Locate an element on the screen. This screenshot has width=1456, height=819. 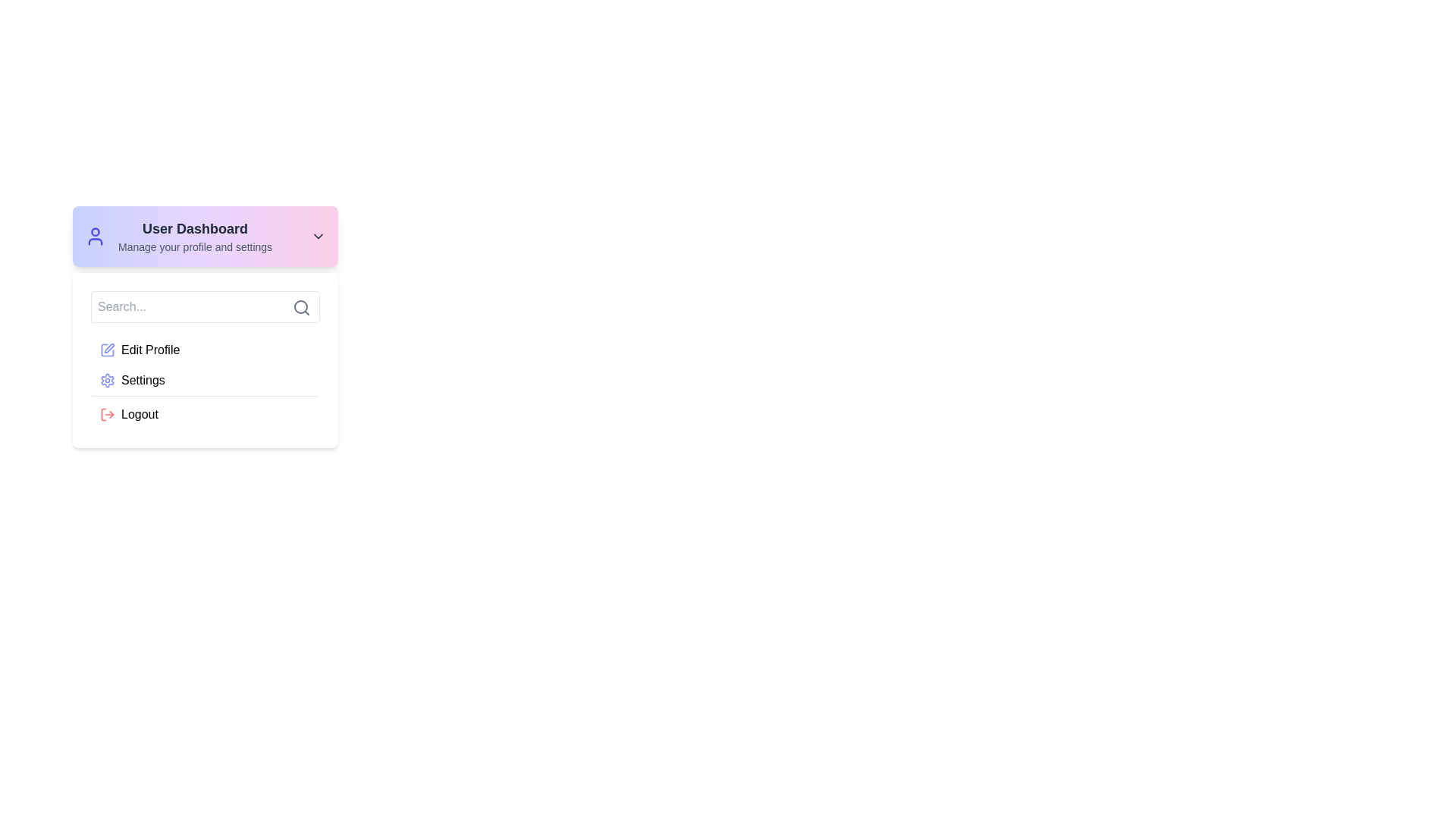
the 'Edit Profile' icon located before the 'Edit Profile' text is located at coordinates (107, 350).